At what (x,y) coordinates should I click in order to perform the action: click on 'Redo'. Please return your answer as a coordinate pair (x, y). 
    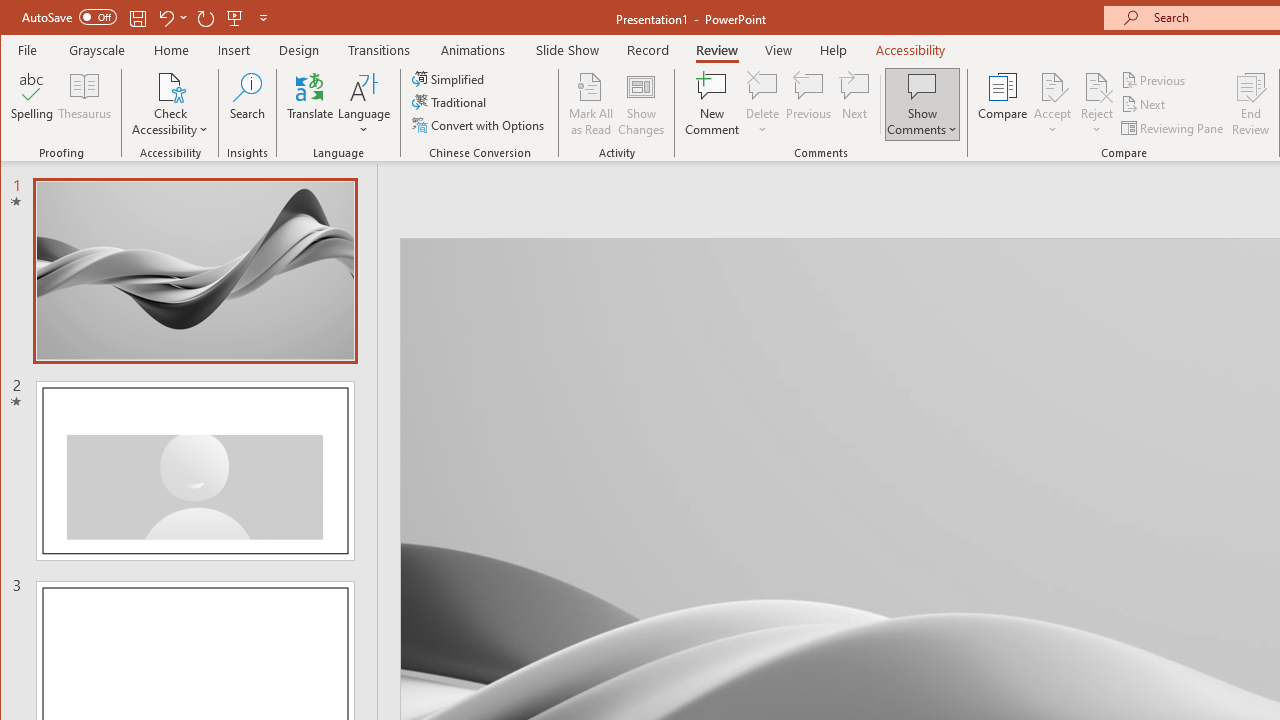
    Looking at the image, I should click on (206, 17).